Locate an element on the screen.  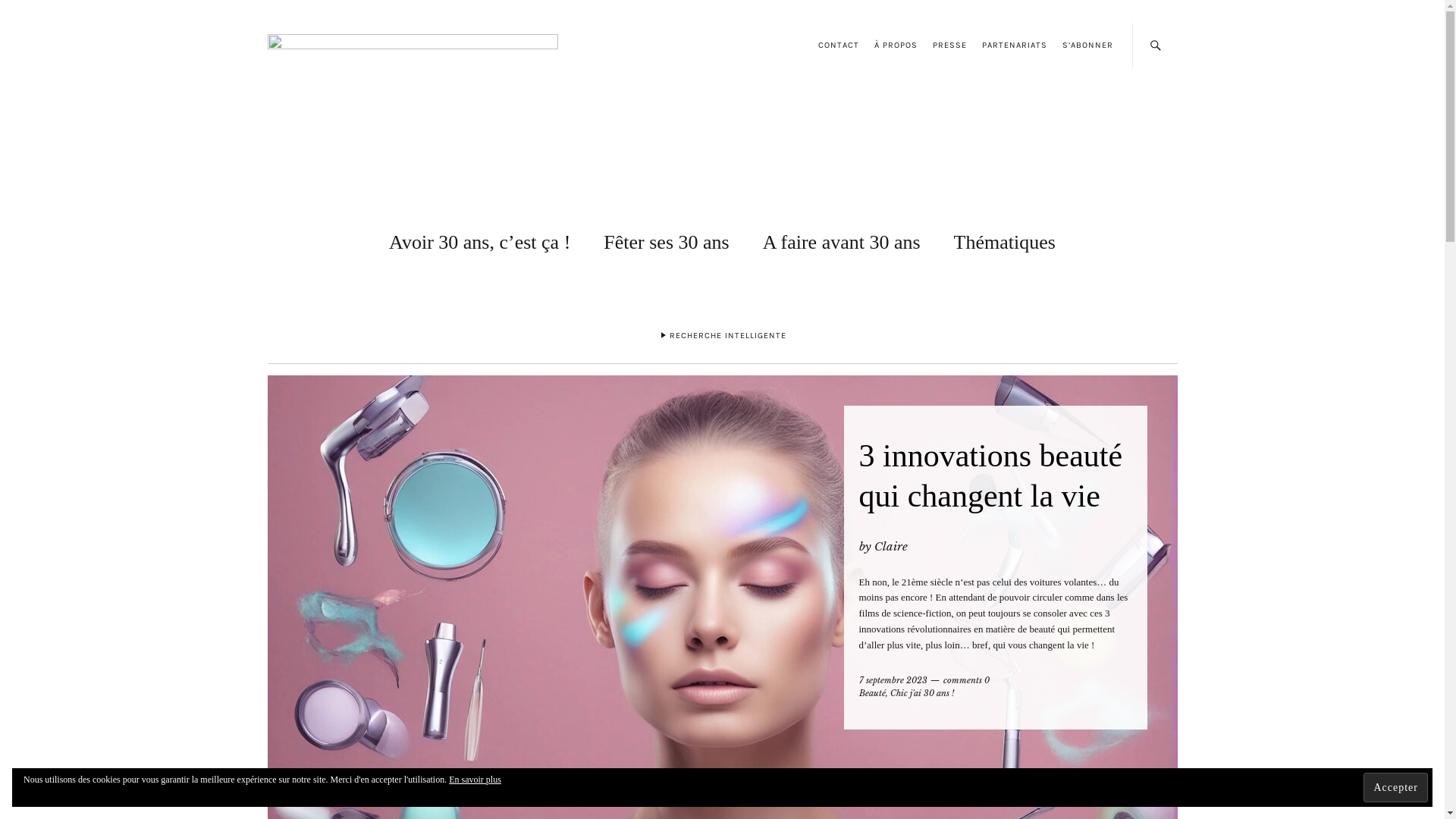
'PARTENARIATS' is located at coordinates (1014, 44).